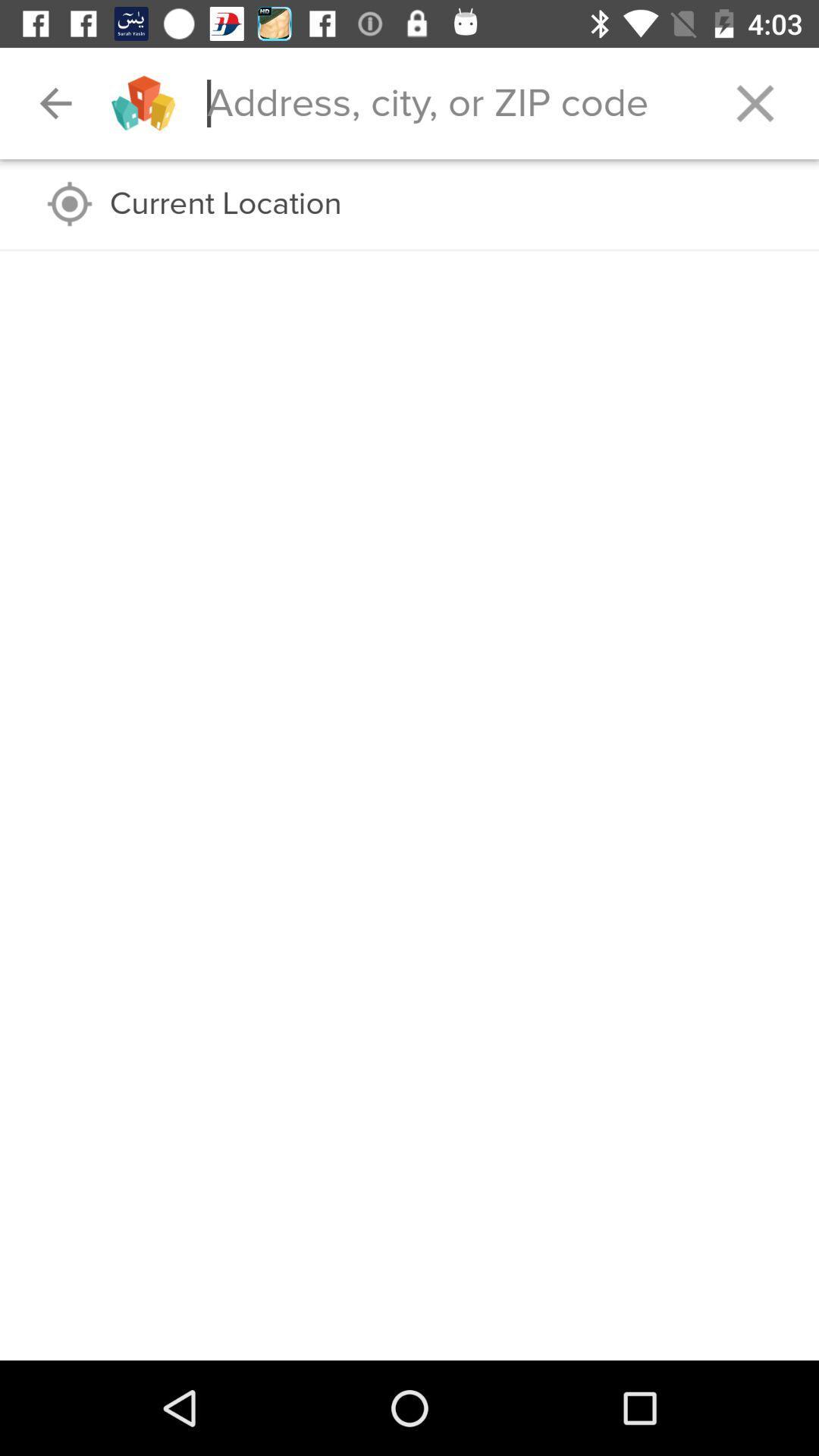 The width and height of the screenshot is (819, 1456). Describe the element at coordinates (448, 102) in the screenshot. I see `search box for city/zip code` at that location.